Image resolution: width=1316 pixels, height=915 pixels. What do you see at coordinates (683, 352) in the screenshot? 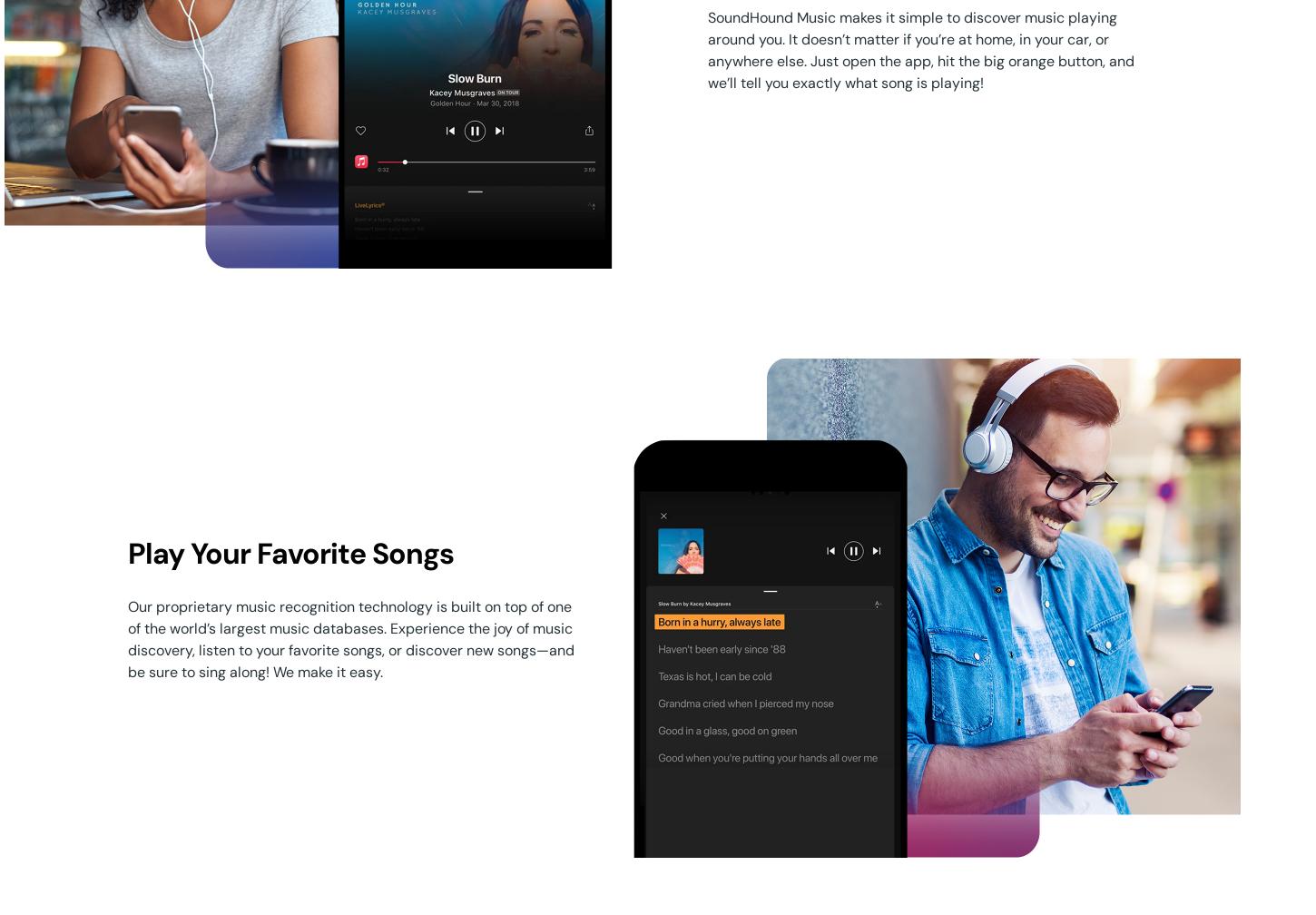
I see `'Solutions'` at bounding box center [683, 352].